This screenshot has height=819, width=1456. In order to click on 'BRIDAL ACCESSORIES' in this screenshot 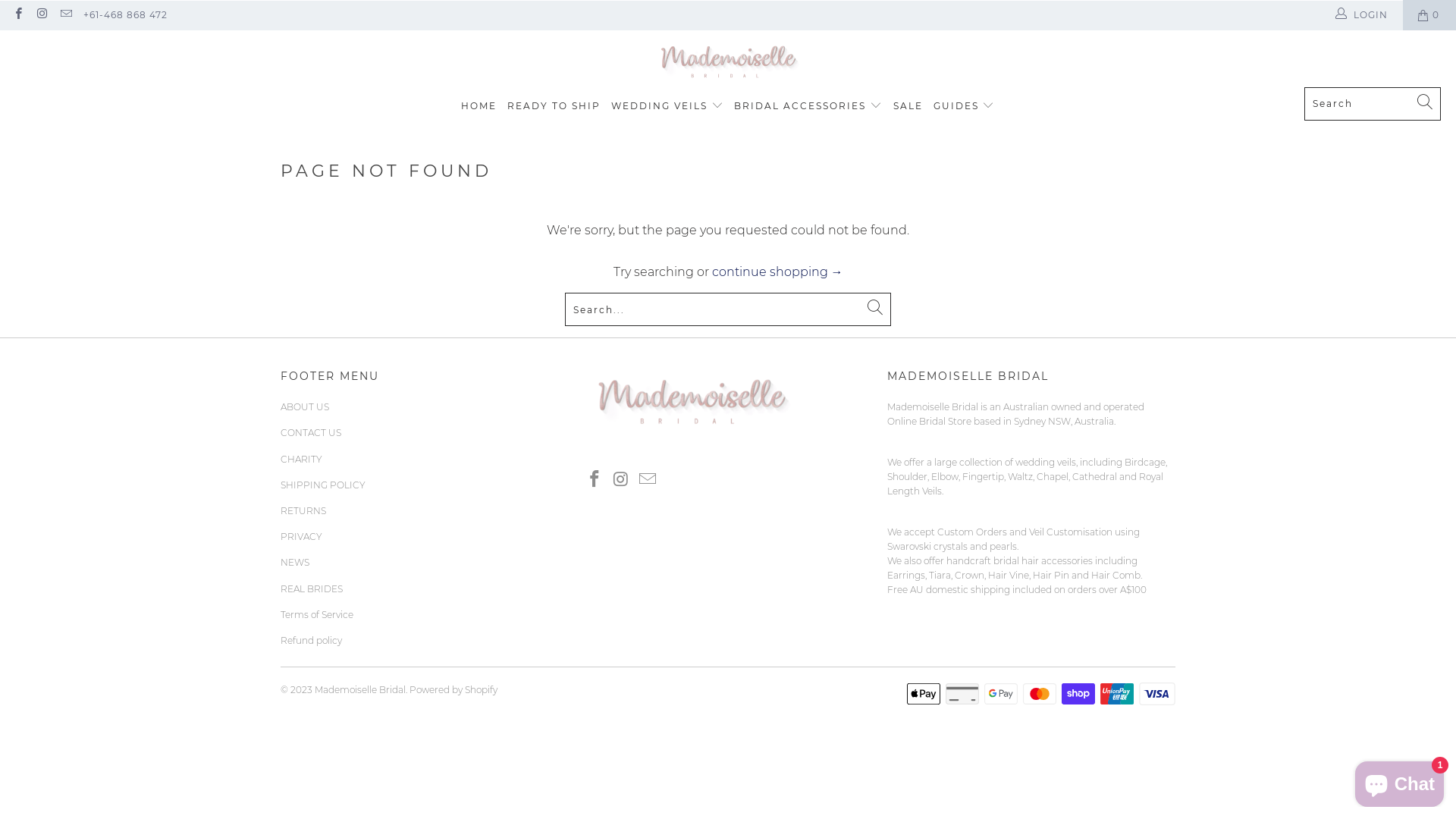, I will do `click(807, 105)`.